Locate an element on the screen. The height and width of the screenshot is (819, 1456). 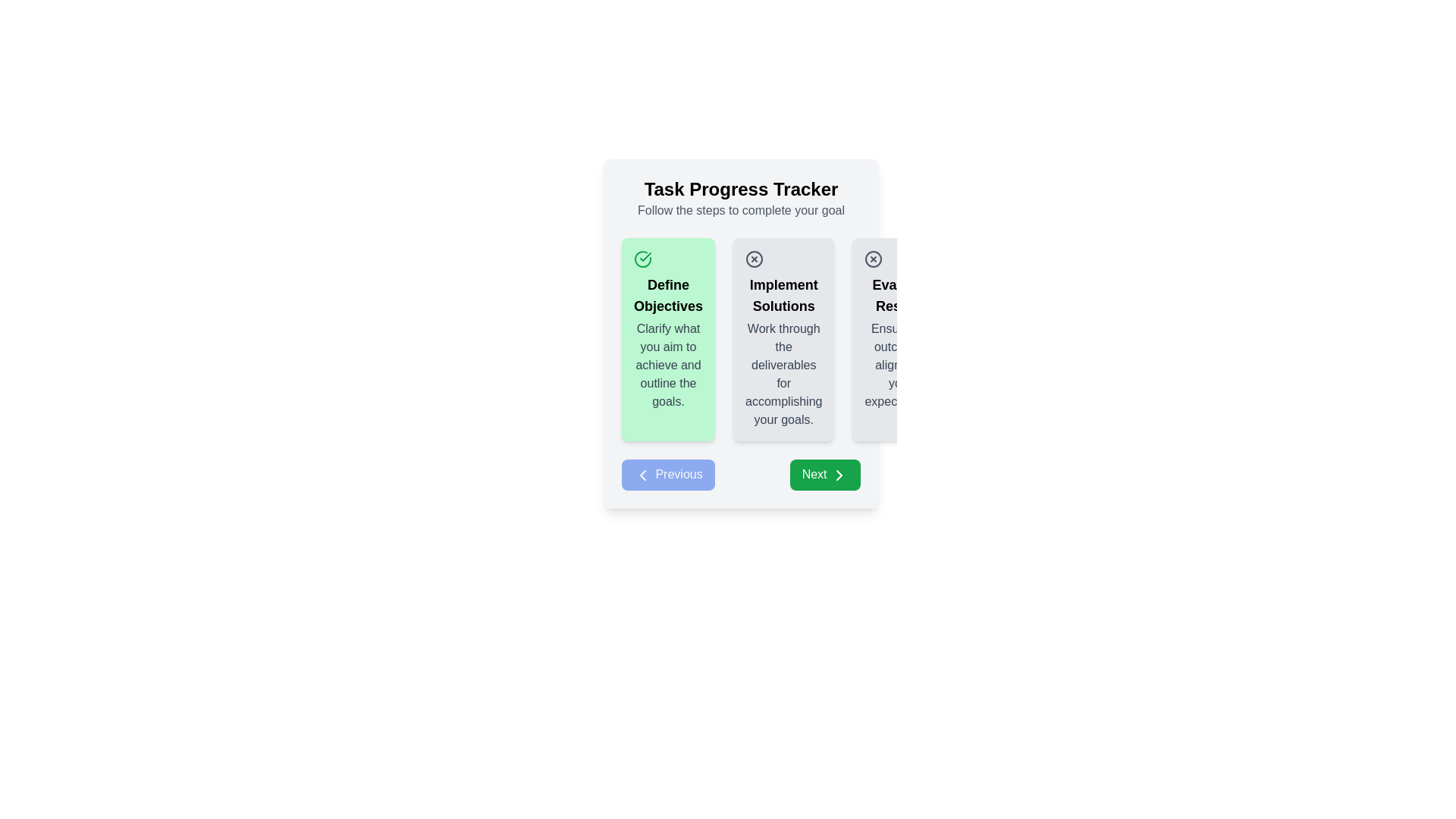
the green check mark icon within the circular check icon located in the upper-left corner of the 'Define Objectives' card in the task progress tracker interface is located at coordinates (645, 256).